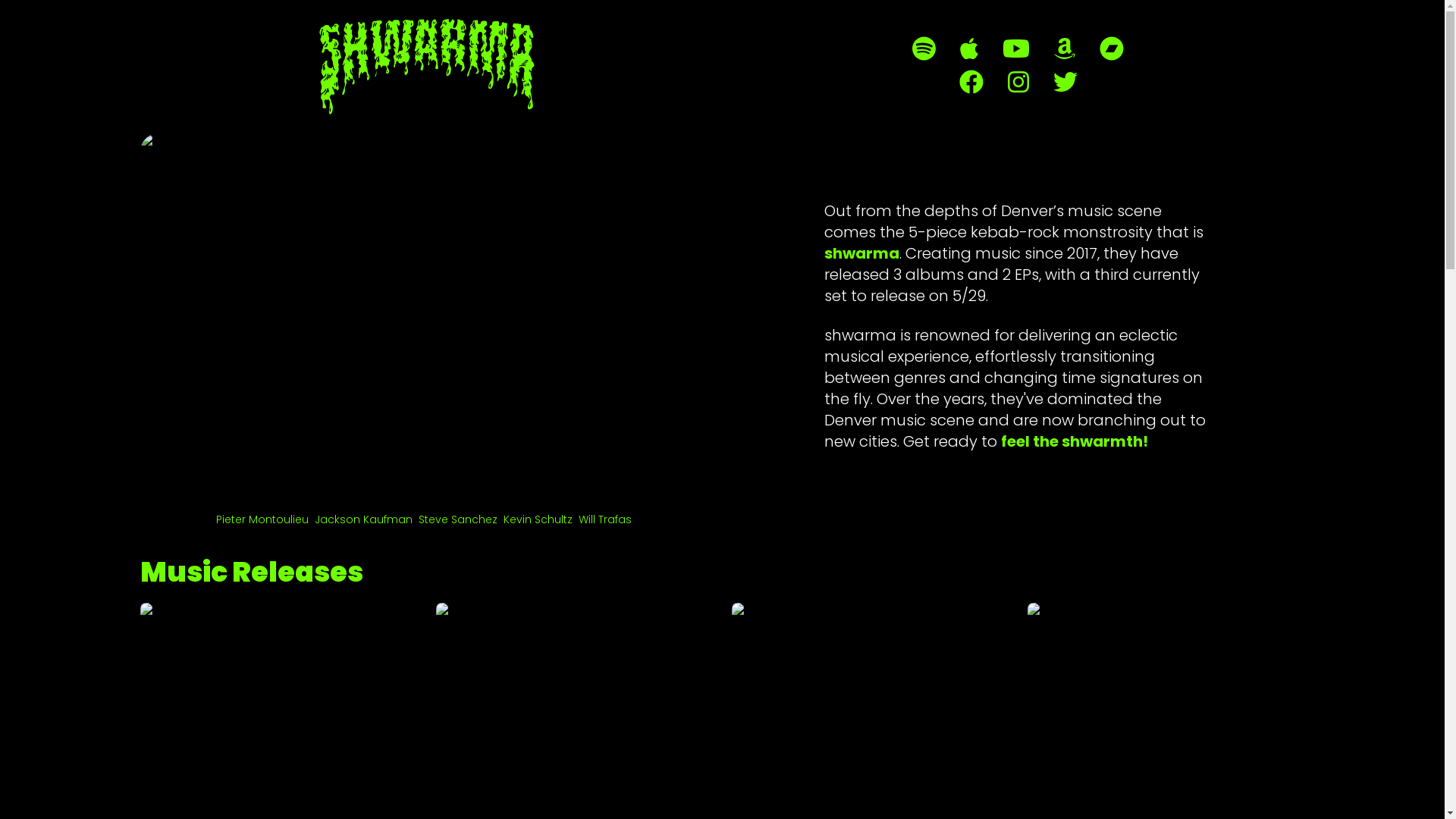 Image resolution: width=1456 pixels, height=819 pixels. What do you see at coordinates (971, 82) in the screenshot?
I see `'Facebook'` at bounding box center [971, 82].